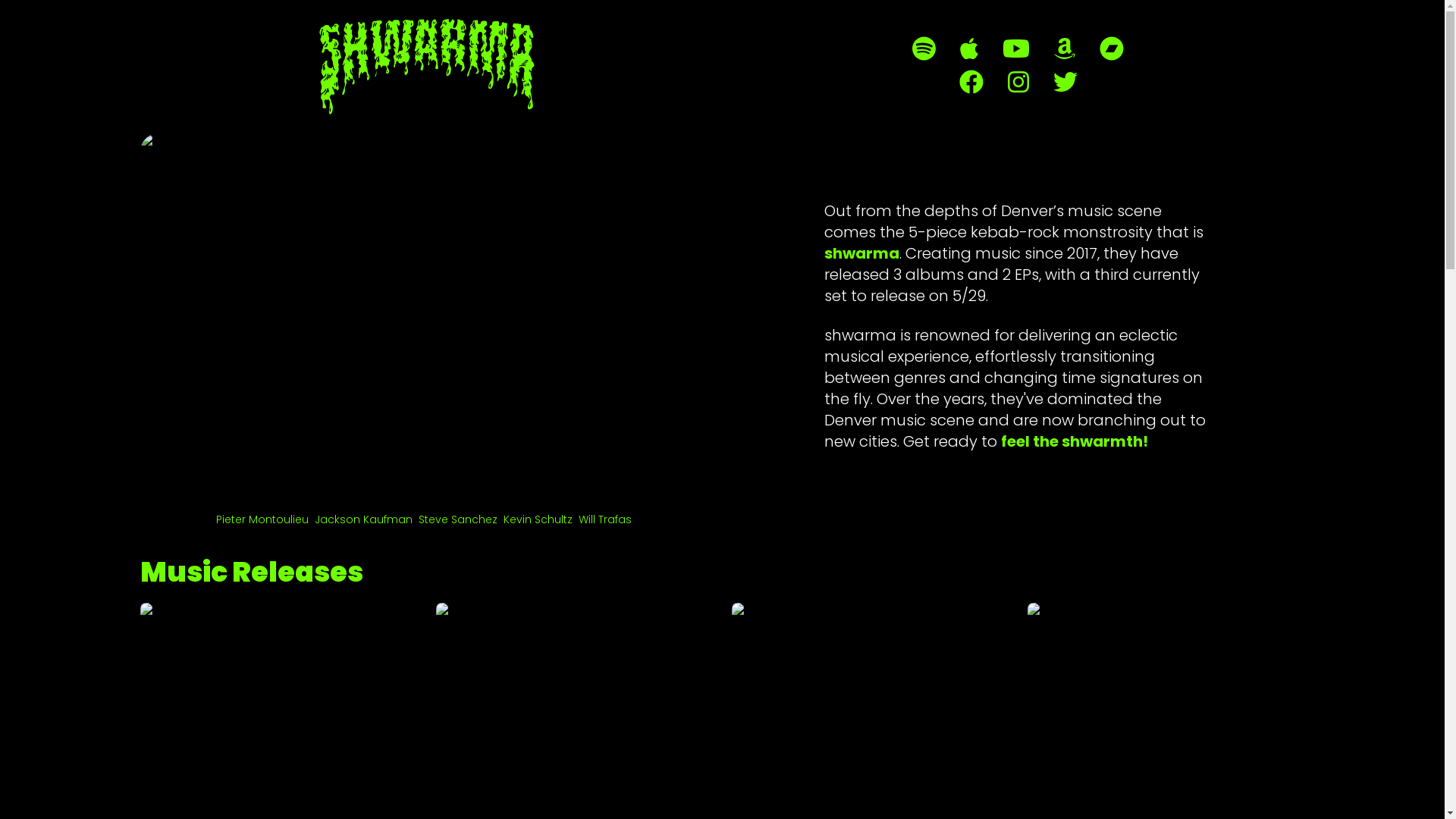 Image resolution: width=1456 pixels, height=819 pixels. What do you see at coordinates (971, 82) in the screenshot?
I see `'Facebook'` at bounding box center [971, 82].